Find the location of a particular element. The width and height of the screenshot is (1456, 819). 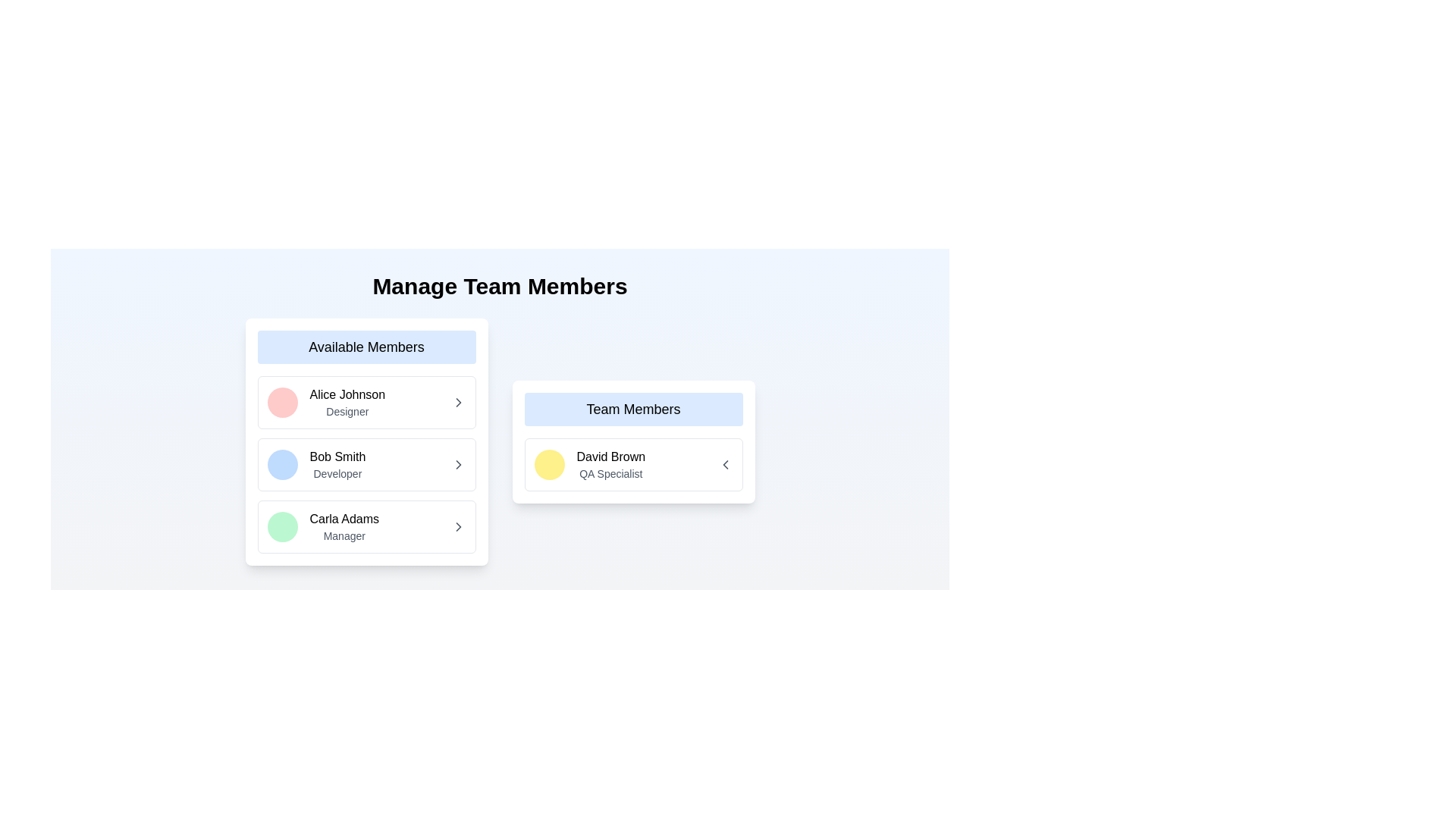

the text label with the light blue background and the centered black text that reads 'Team Members', located above the 'David Brown QA Specialist' information block is located at coordinates (633, 409).